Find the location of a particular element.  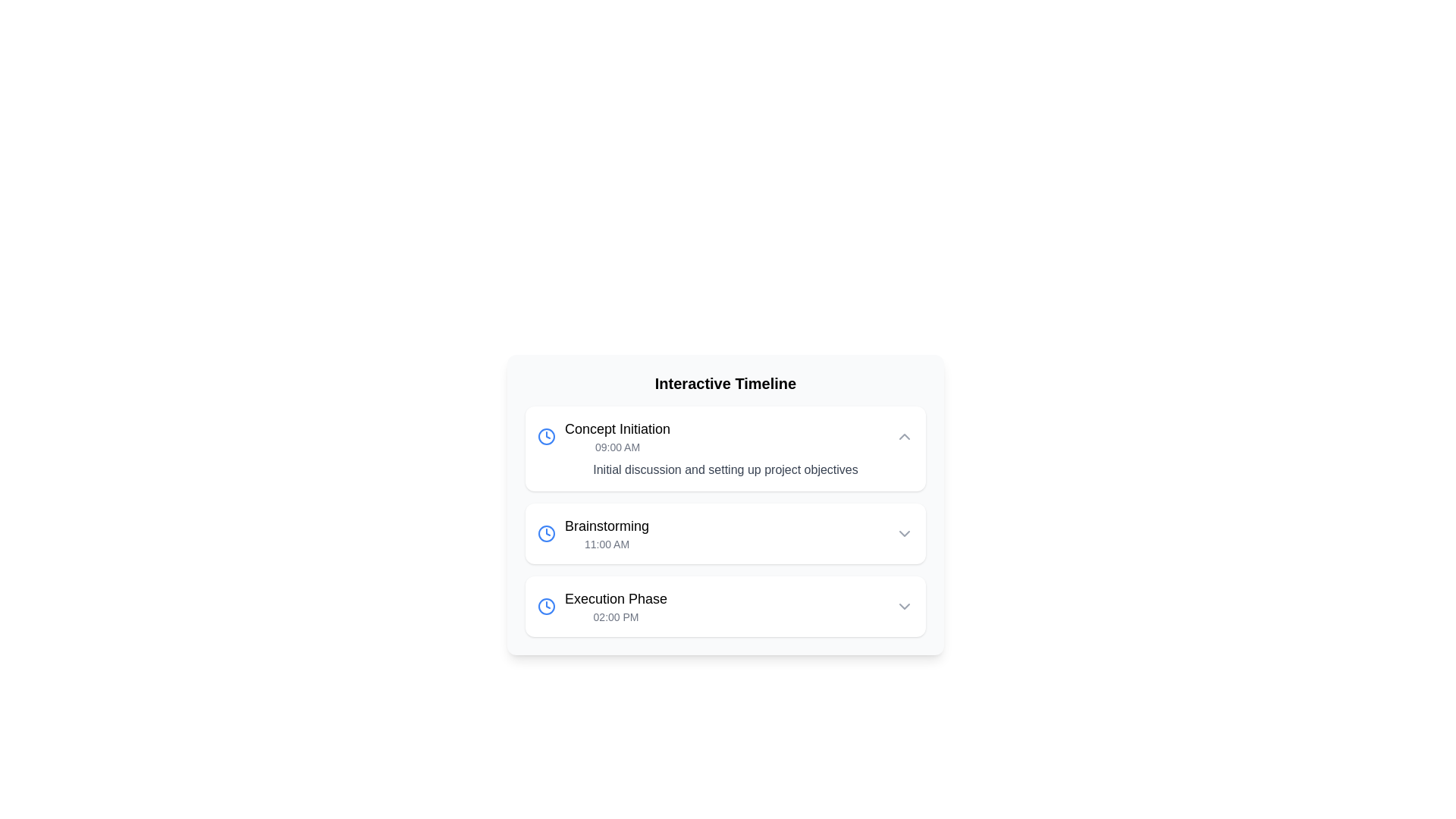

the first listed event label in the vertical timeline, which describes the scheduled event and its starting time is located at coordinates (617, 436).